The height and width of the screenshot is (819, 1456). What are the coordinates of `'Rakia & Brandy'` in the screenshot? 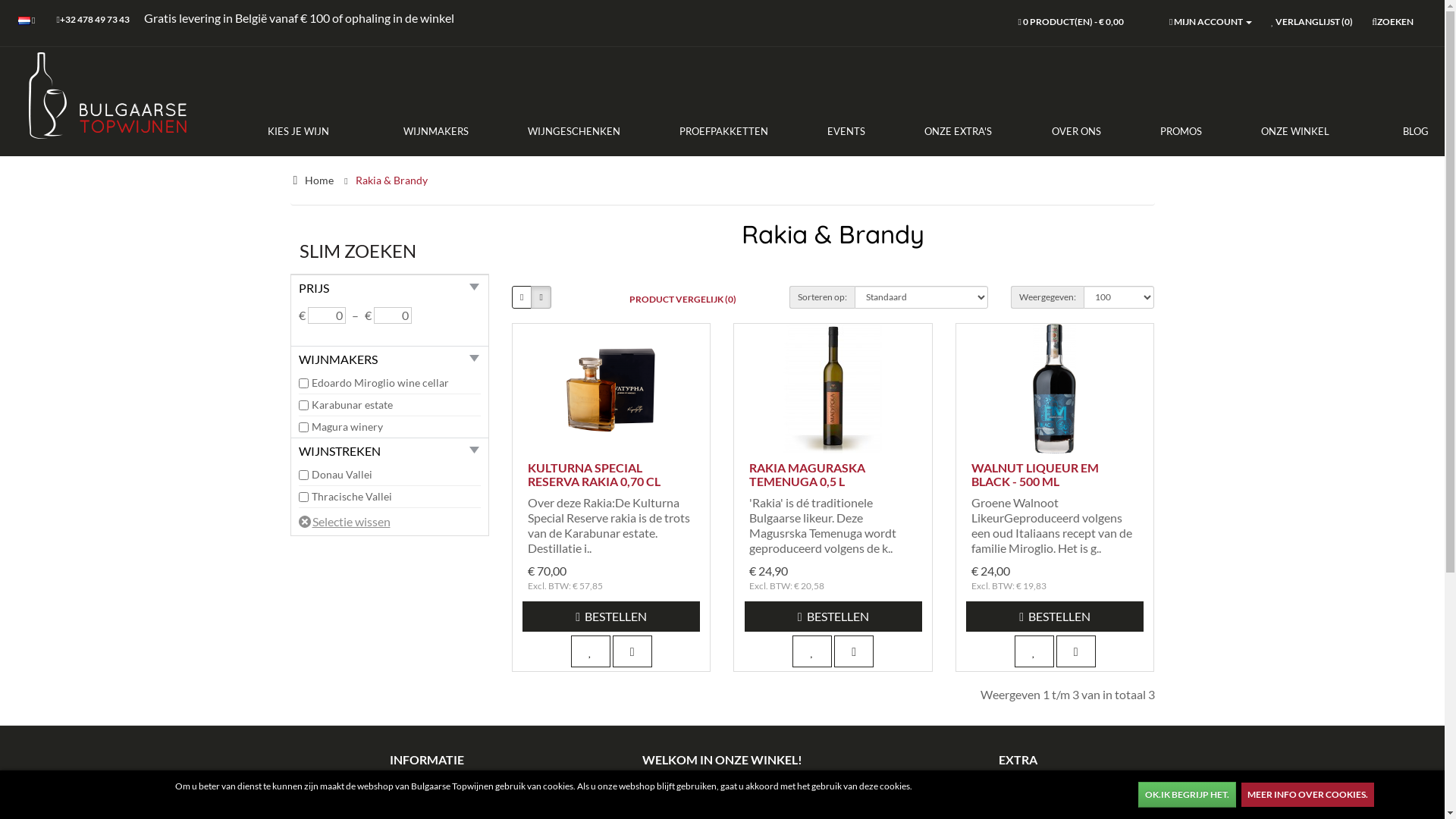 It's located at (353, 179).